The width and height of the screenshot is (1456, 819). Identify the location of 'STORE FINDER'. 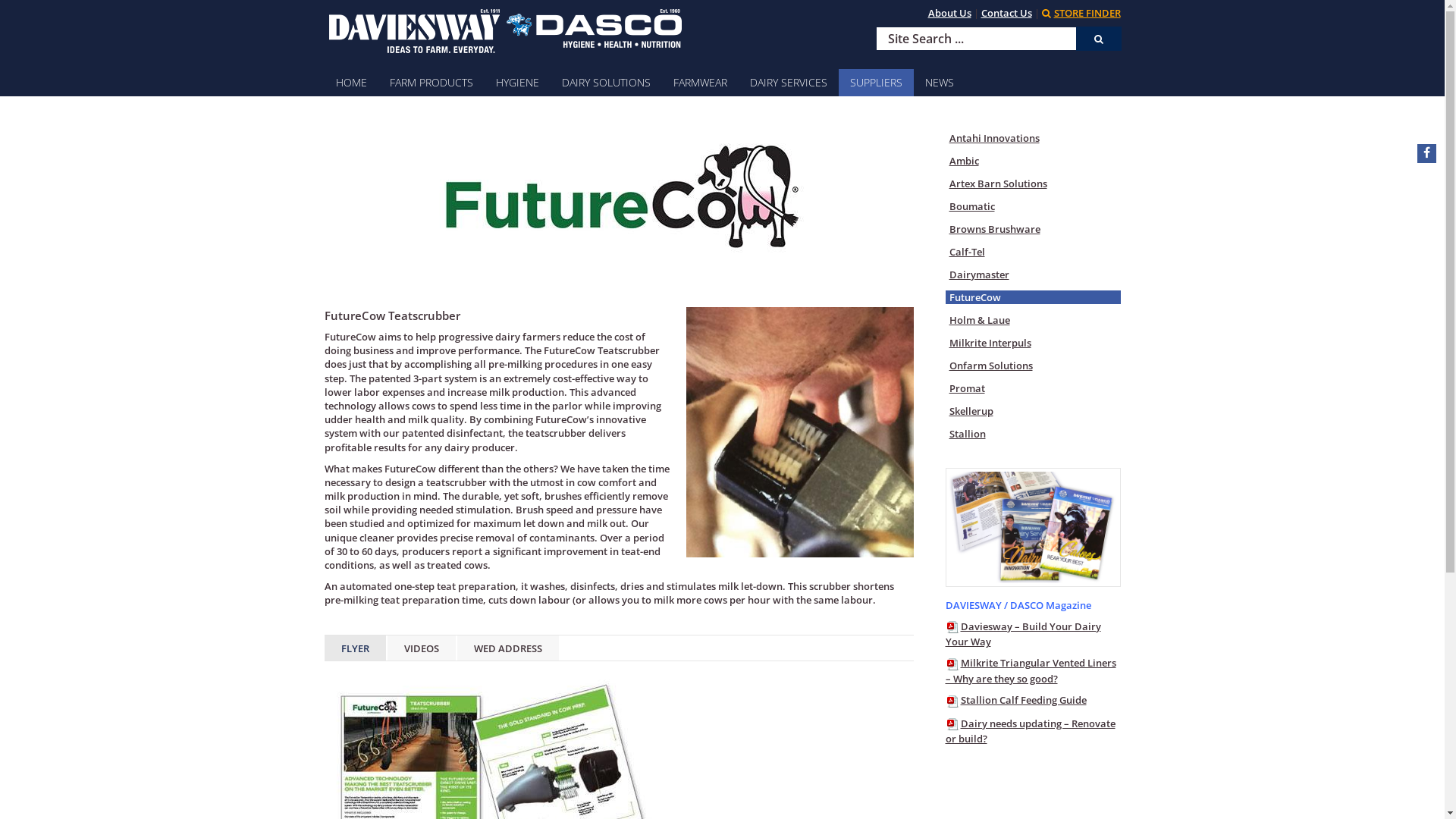
(1080, 12).